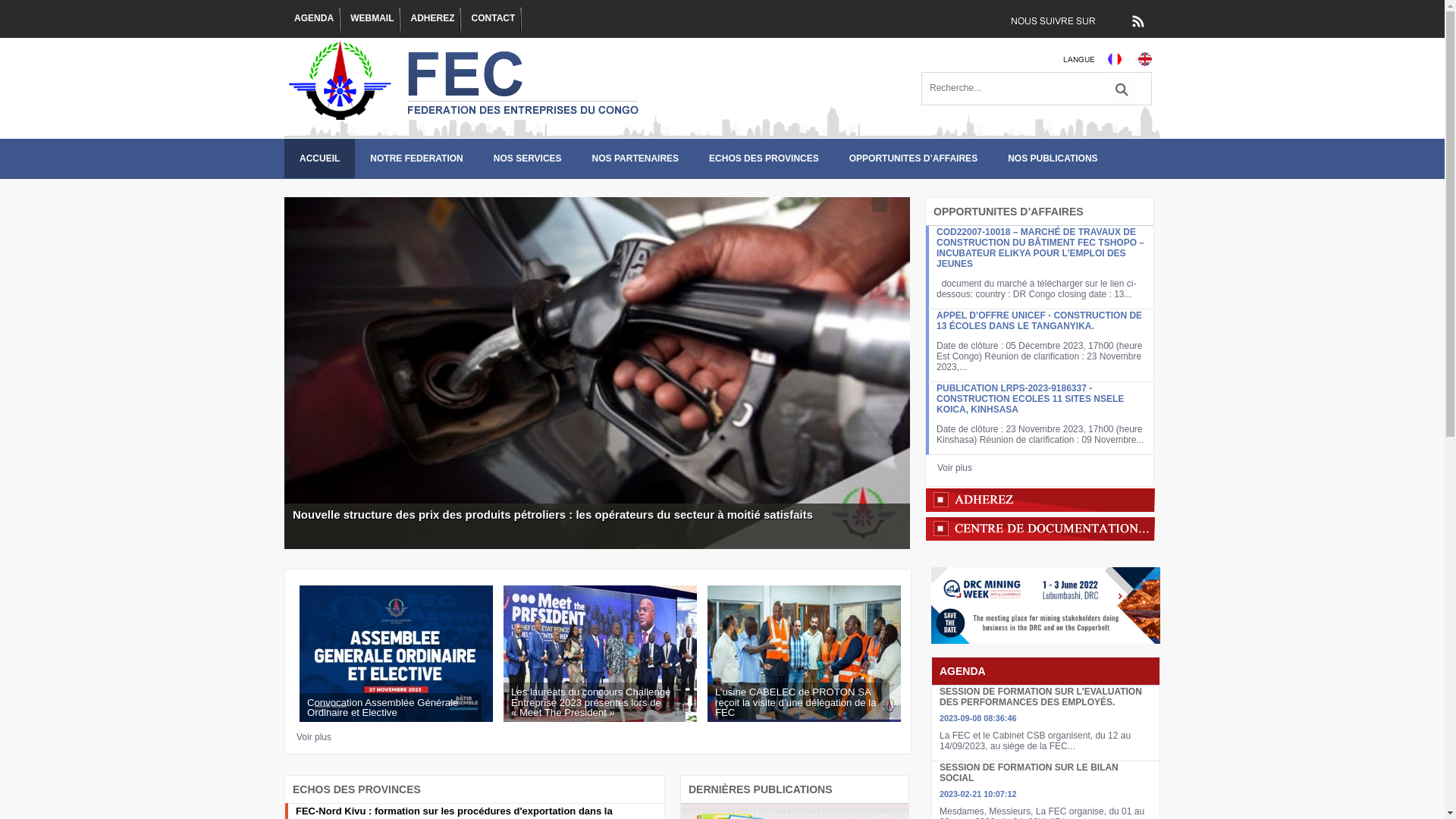 The height and width of the screenshot is (819, 1456). What do you see at coordinates (491, 20) in the screenshot?
I see `'CONTACT'` at bounding box center [491, 20].